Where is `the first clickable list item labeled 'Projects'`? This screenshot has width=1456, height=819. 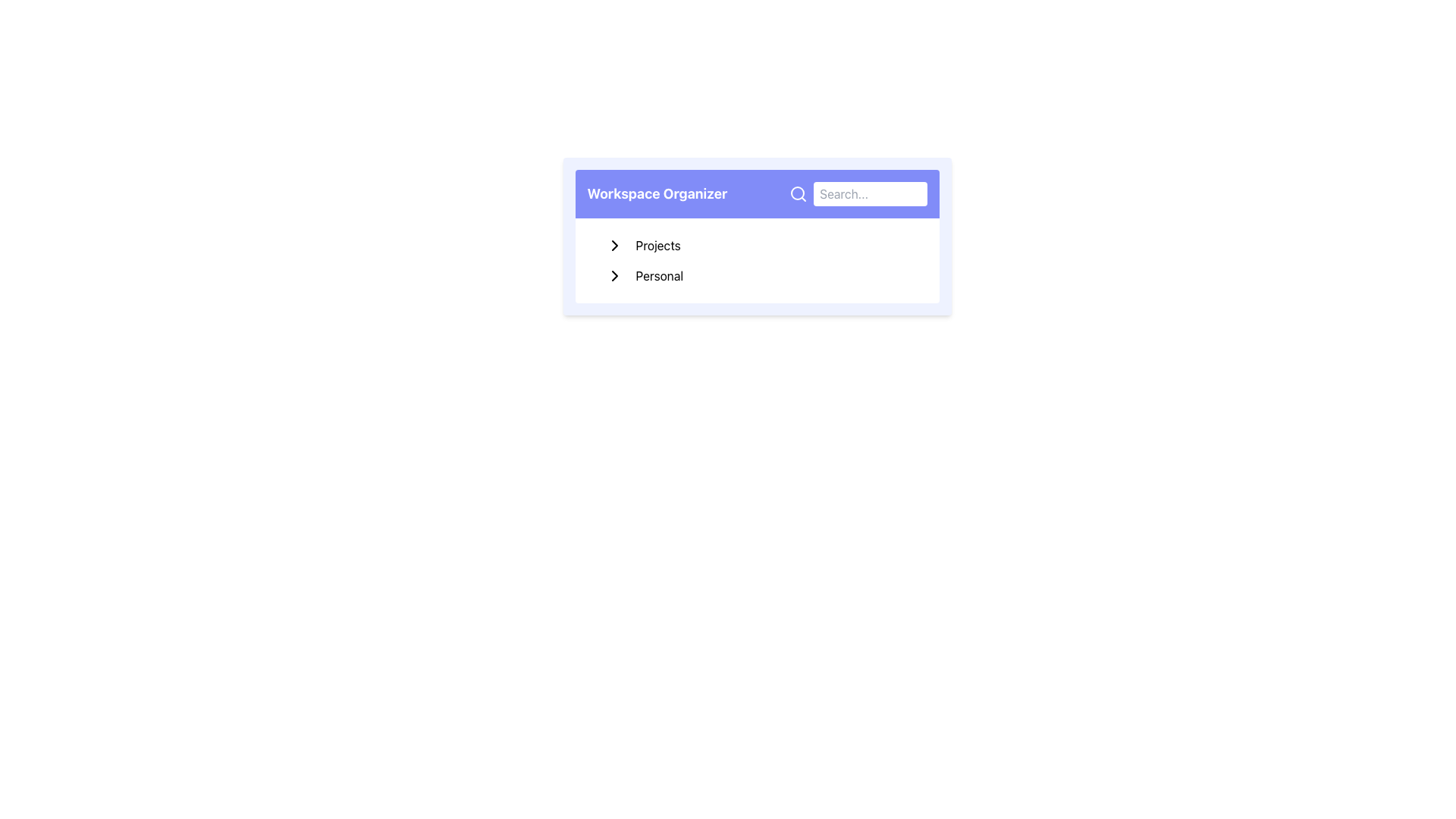
the first clickable list item labeled 'Projects' is located at coordinates (763, 245).